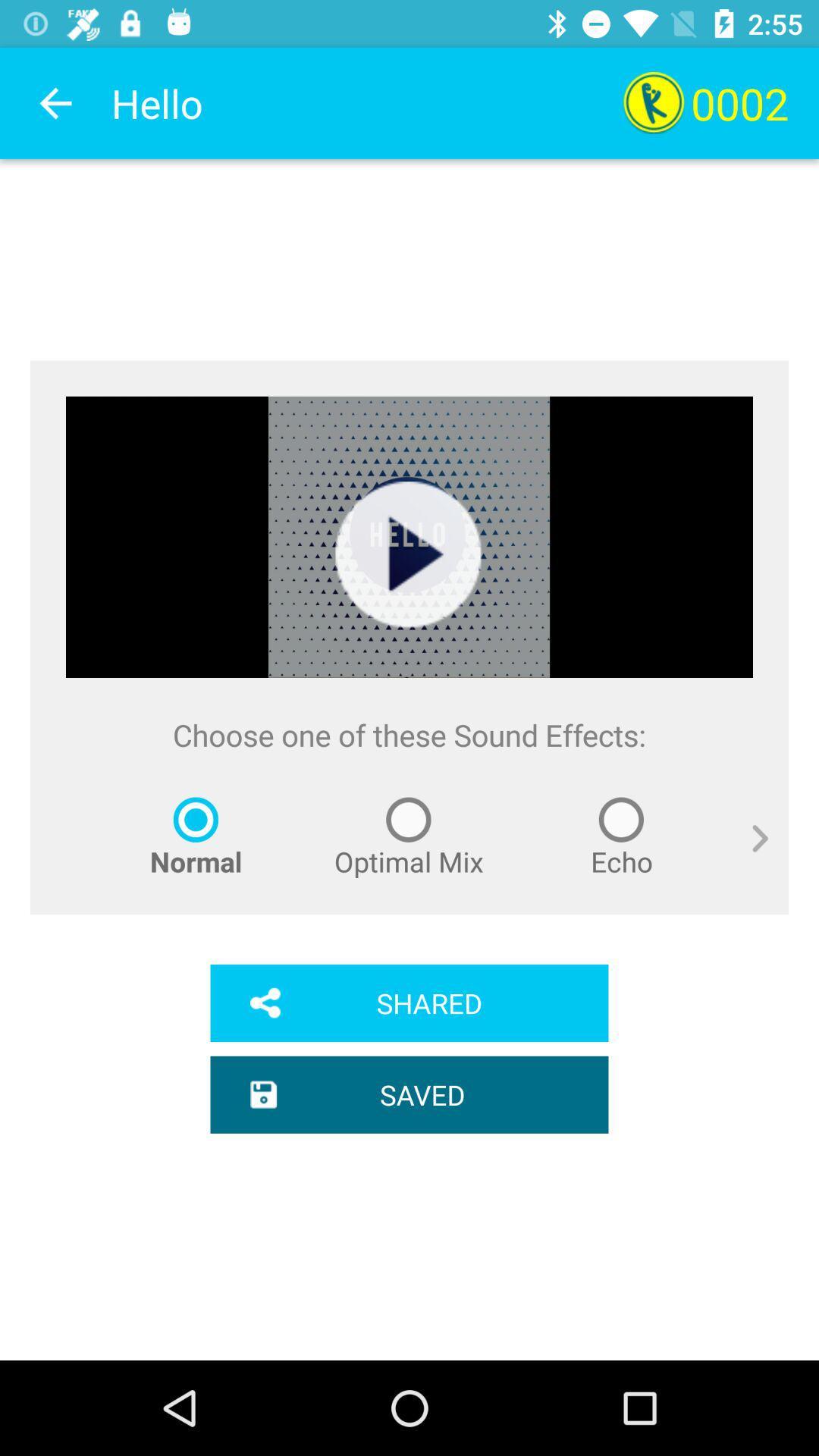 Image resolution: width=819 pixels, height=1456 pixels. Describe the element at coordinates (409, 1003) in the screenshot. I see `item above saved` at that location.